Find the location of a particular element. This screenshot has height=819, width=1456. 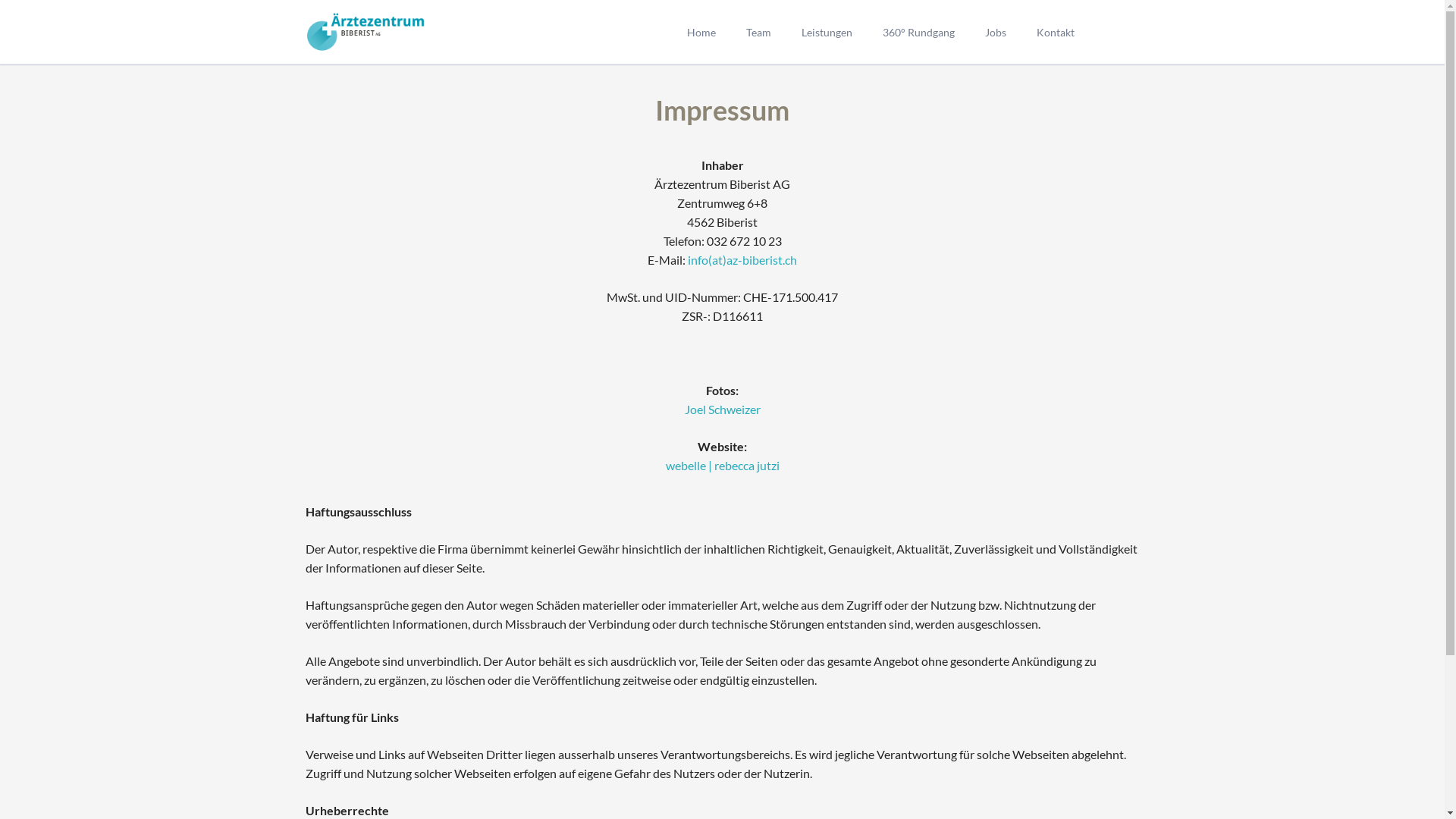

'Leistungen' is located at coordinates (825, 32).